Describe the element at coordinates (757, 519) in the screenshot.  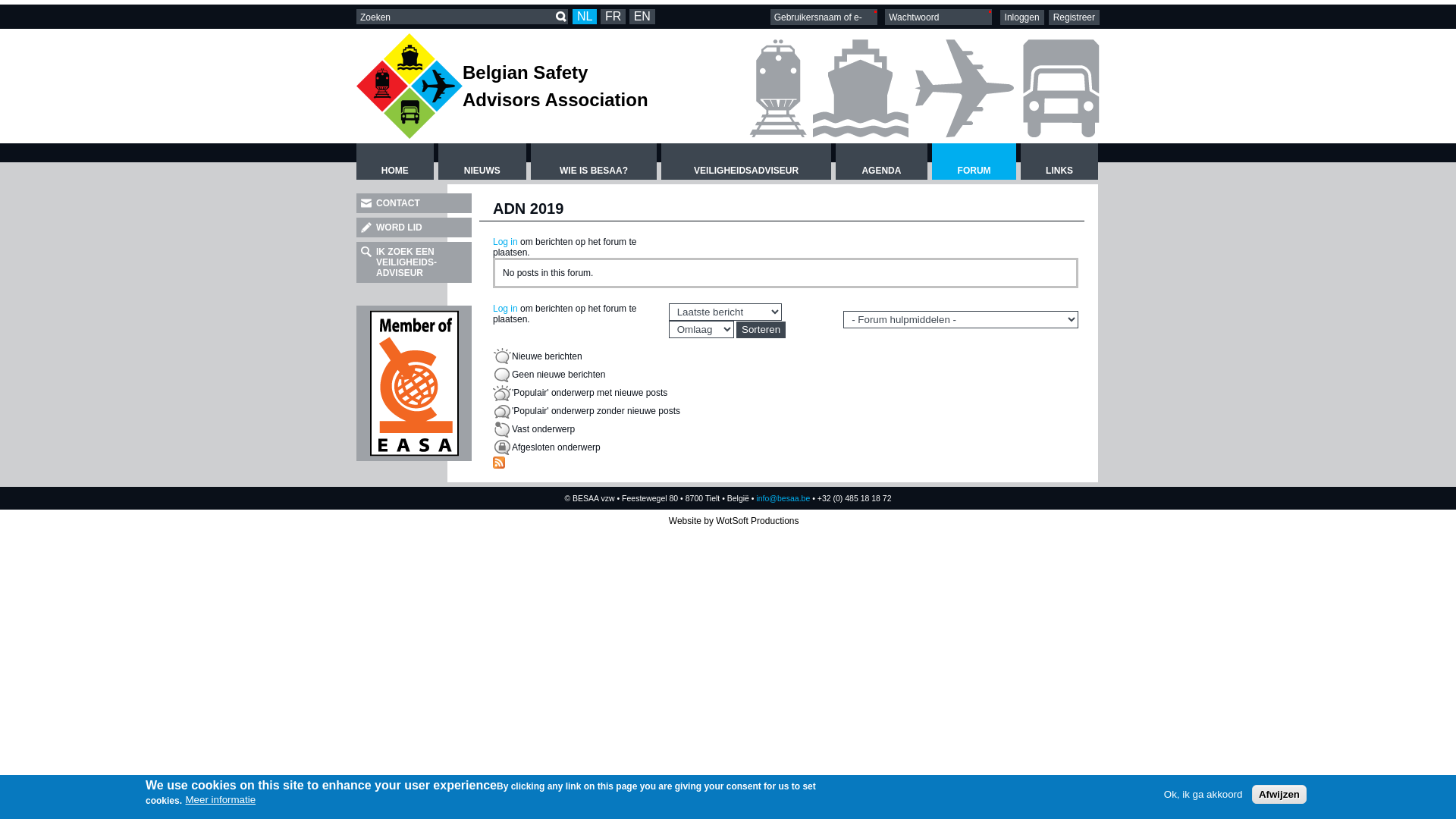
I see `'WotSoft Productions'` at that location.